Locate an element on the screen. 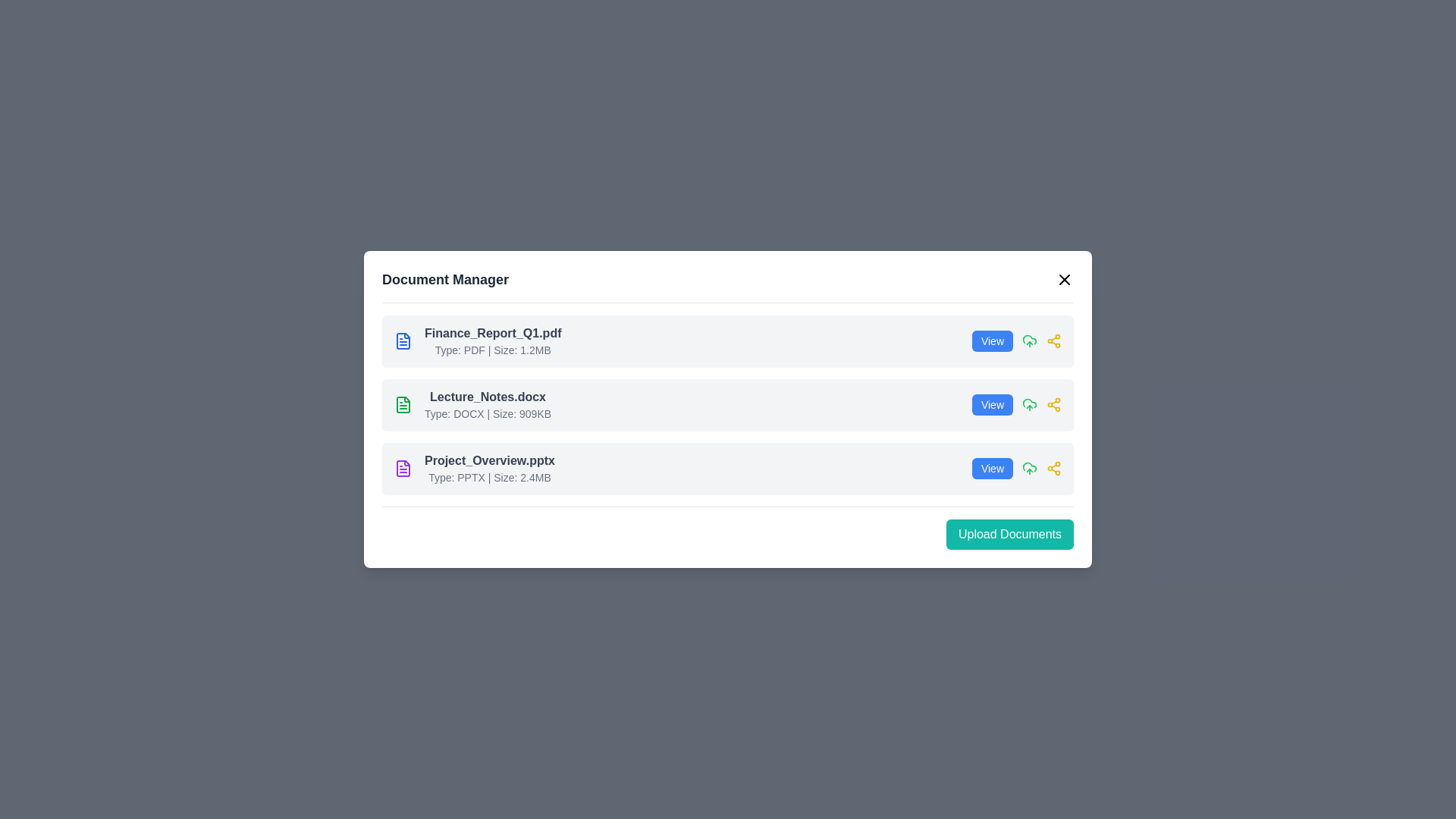 The width and height of the screenshot is (1456, 819). the sharing icon button located to the right of the green upload icon in the 'Lecture_Notes.docx' row is located at coordinates (1053, 403).